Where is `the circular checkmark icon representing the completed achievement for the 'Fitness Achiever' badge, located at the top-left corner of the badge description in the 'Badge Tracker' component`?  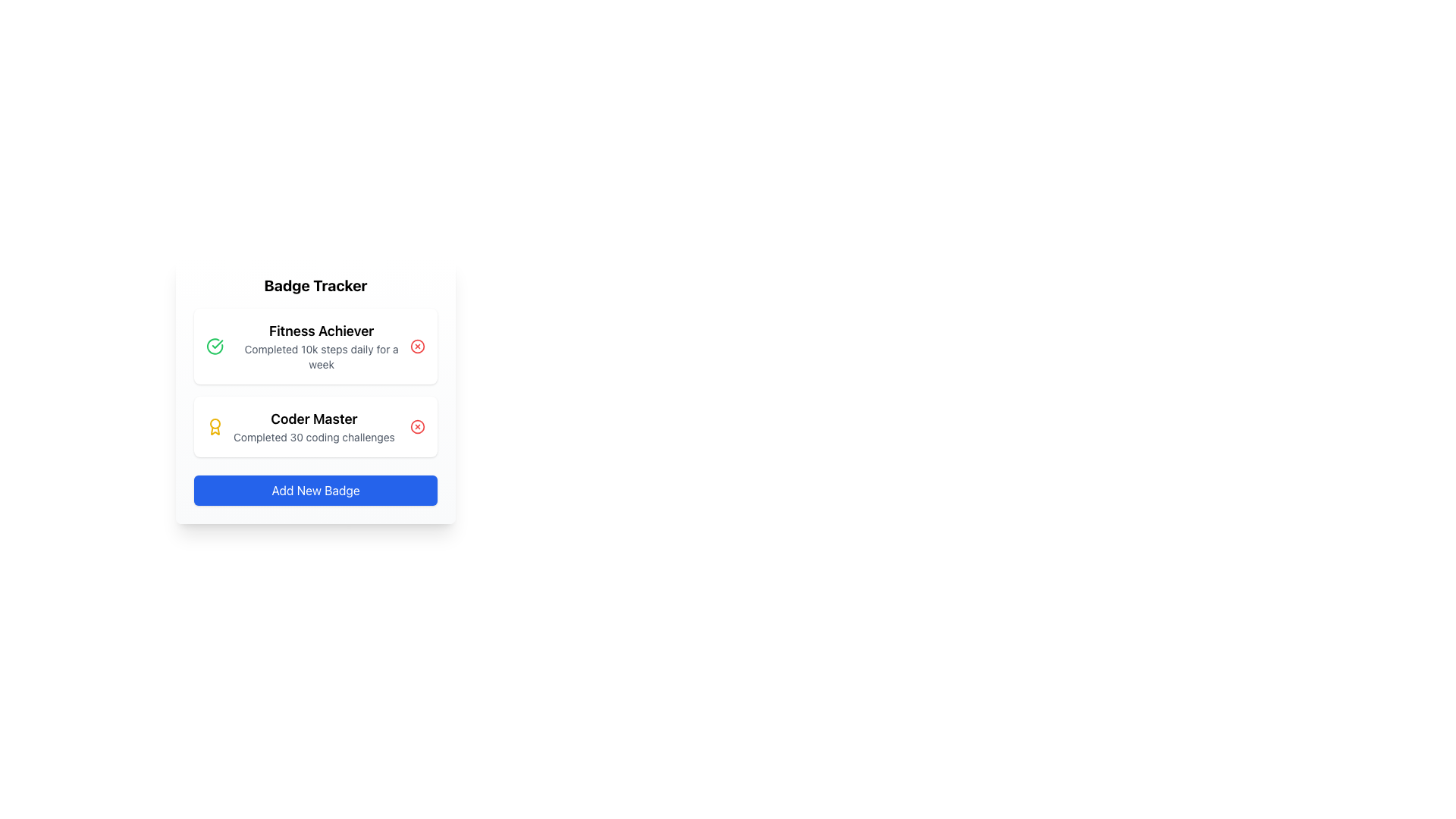
the circular checkmark icon representing the completed achievement for the 'Fitness Achiever' badge, located at the top-left corner of the badge description in the 'Badge Tracker' component is located at coordinates (214, 346).